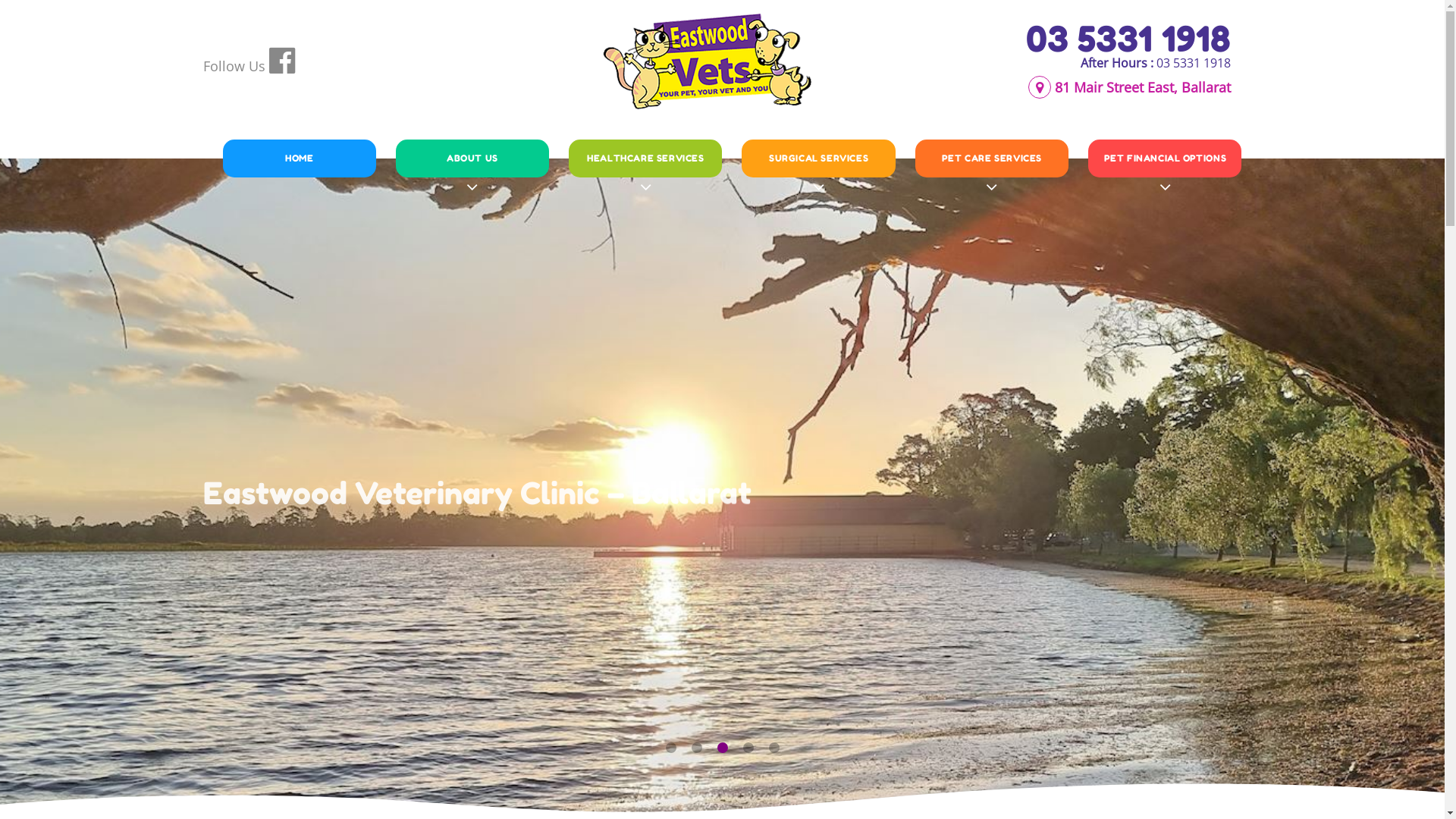 The width and height of the screenshot is (1456, 819). Describe the element at coordinates (231, 158) in the screenshot. I see `'HOME'` at that location.